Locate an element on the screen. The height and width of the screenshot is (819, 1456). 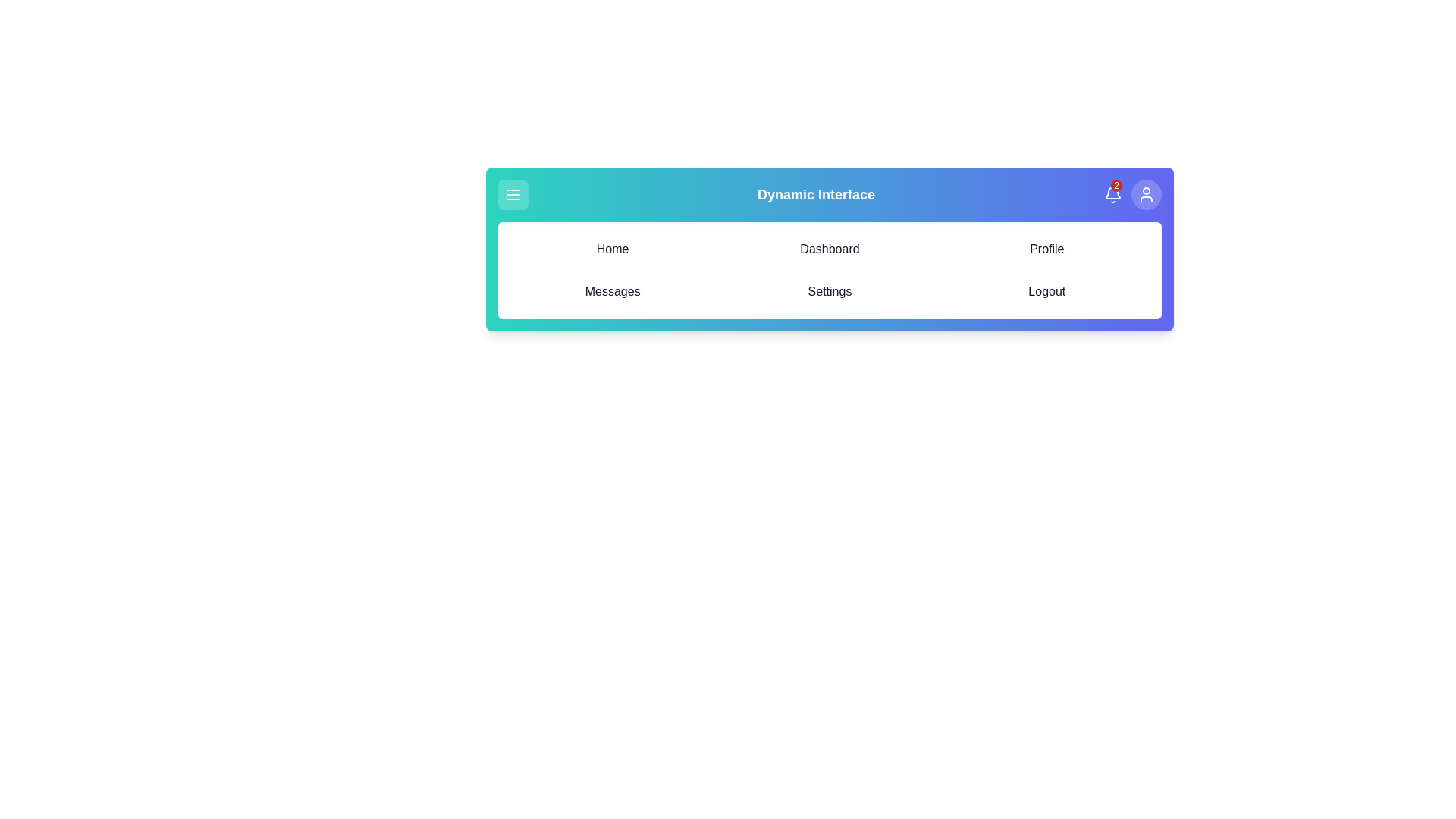
the navigation item Logout from the menu is located at coordinates (1046, 292).